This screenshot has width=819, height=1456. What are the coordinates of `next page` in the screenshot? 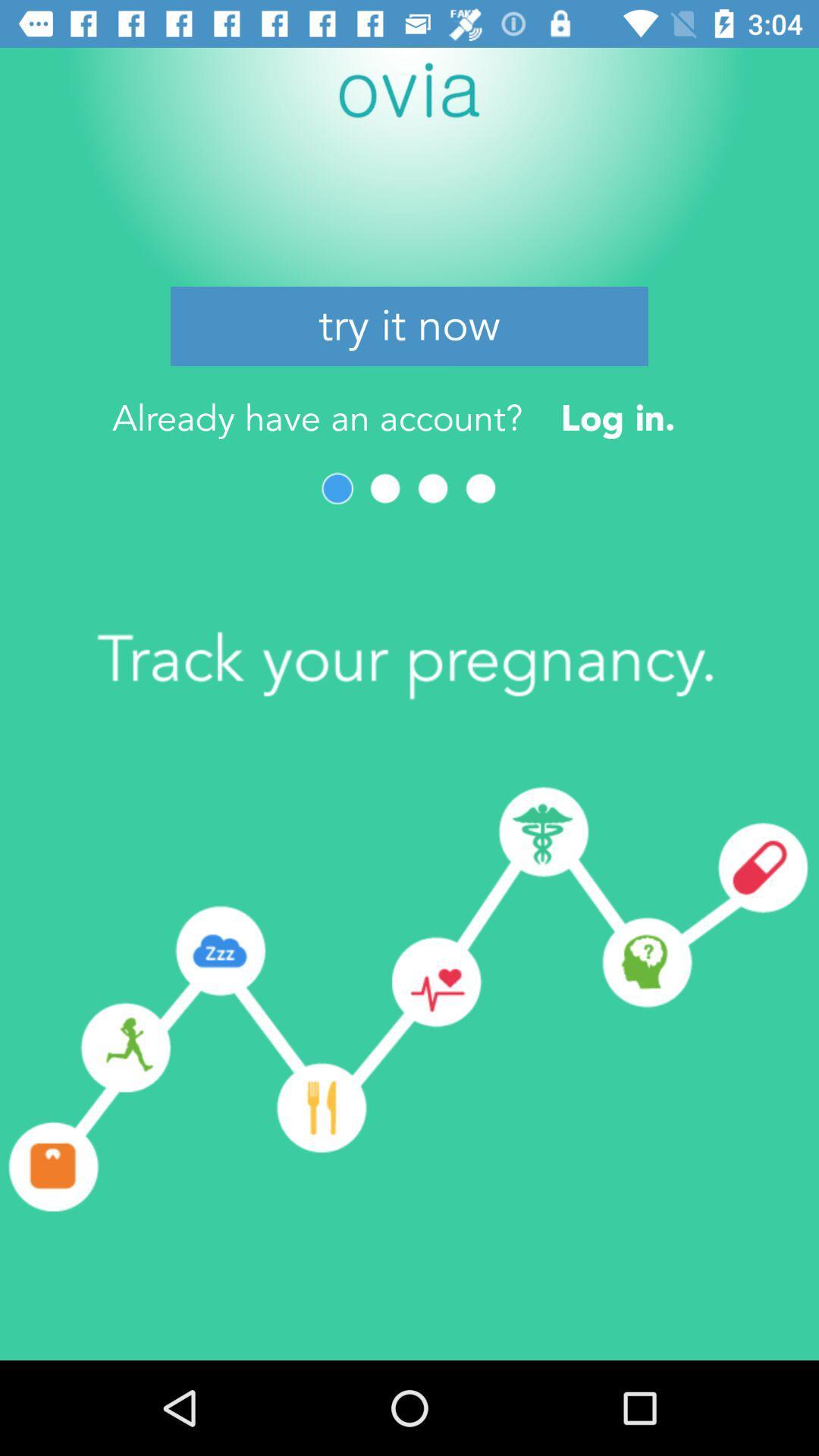 It's located at (384, 488).